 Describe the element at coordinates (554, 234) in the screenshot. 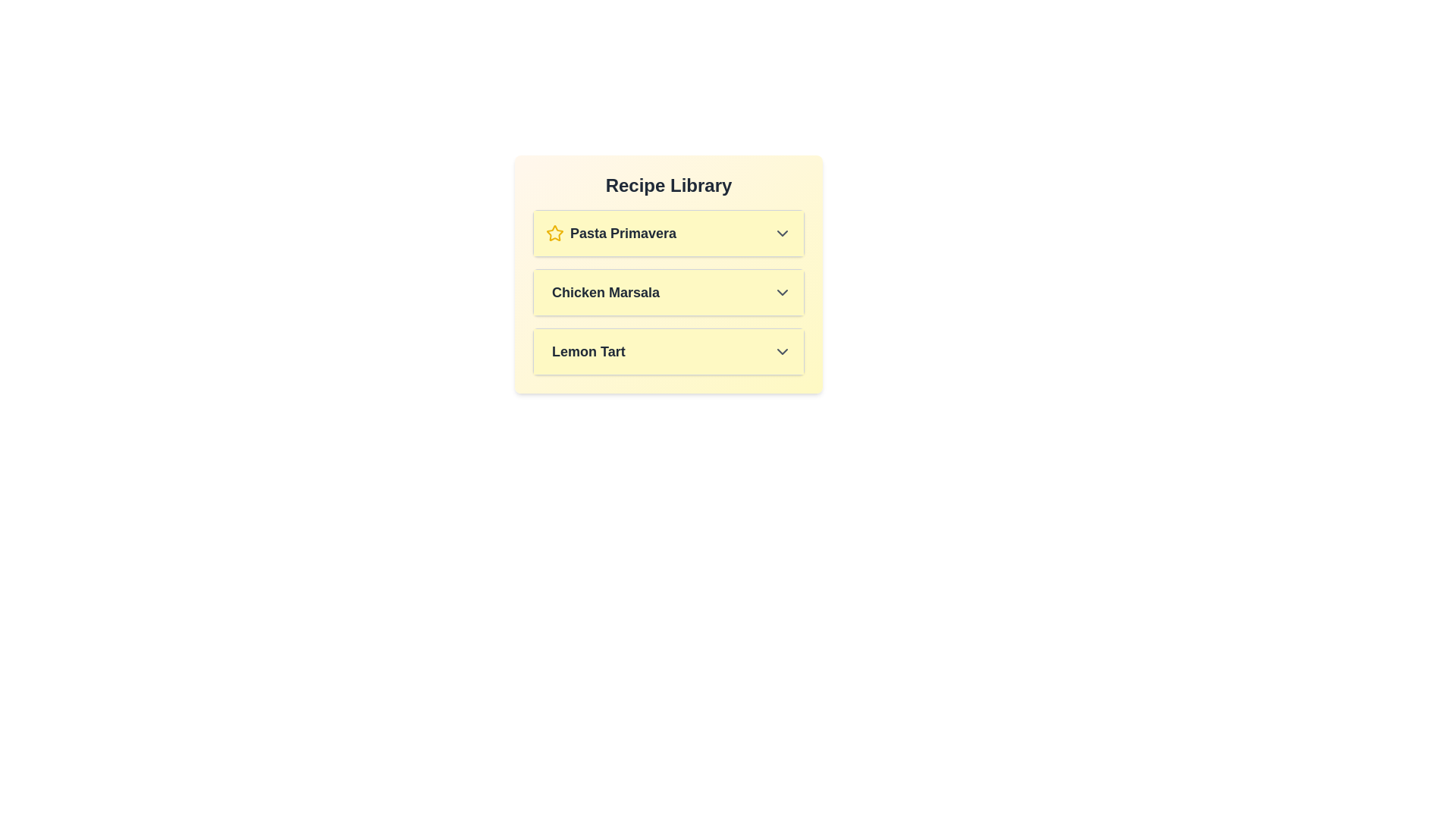

I see `the star icon next to 'Pasta Primavera' to toggle its bookmarked state` at that location.